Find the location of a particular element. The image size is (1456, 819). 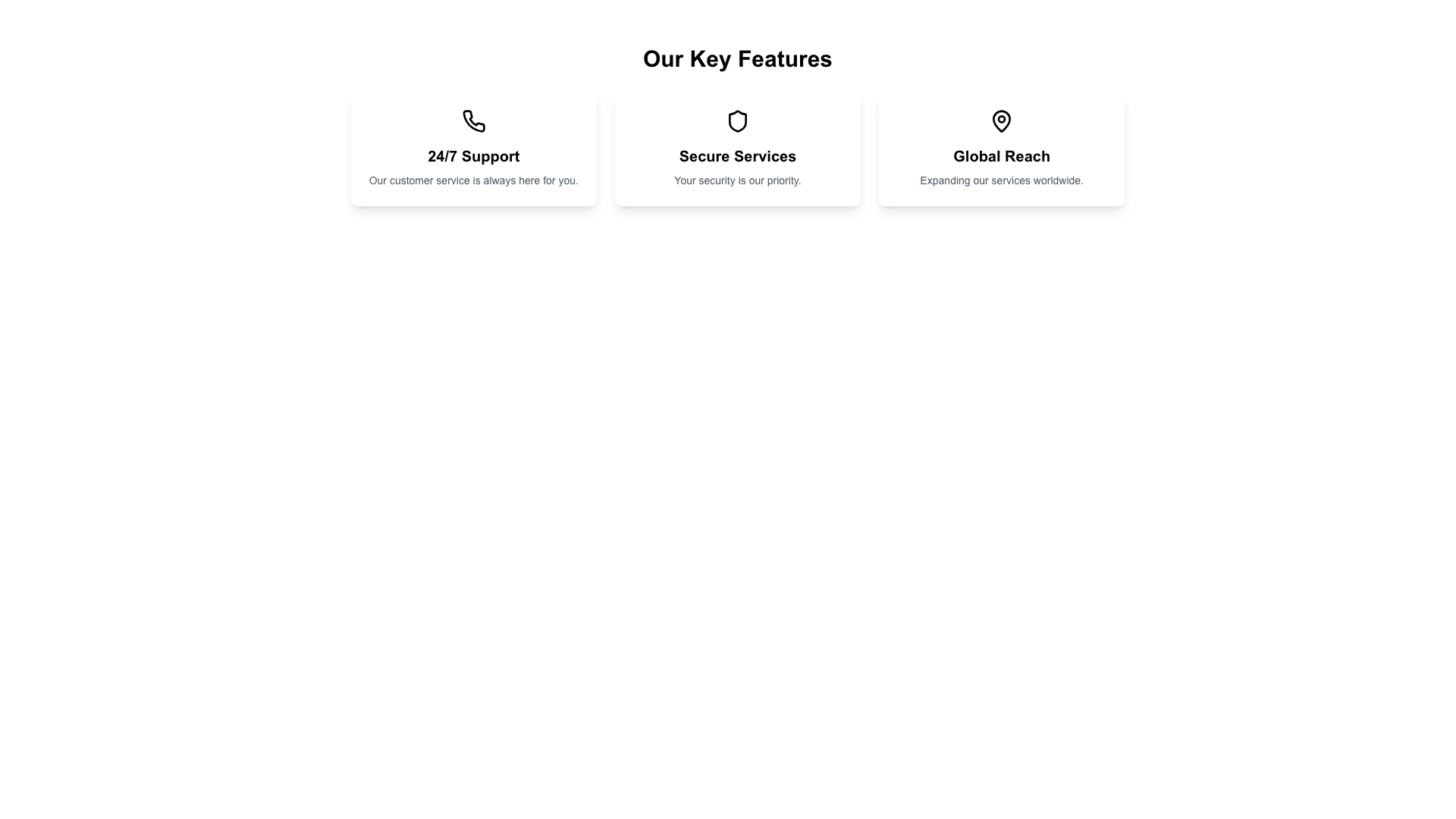

the shield-shaped icon symbolizing security, located above the text 'Secure Services' in the center panel of the layout is located at coordinates (738, 120).